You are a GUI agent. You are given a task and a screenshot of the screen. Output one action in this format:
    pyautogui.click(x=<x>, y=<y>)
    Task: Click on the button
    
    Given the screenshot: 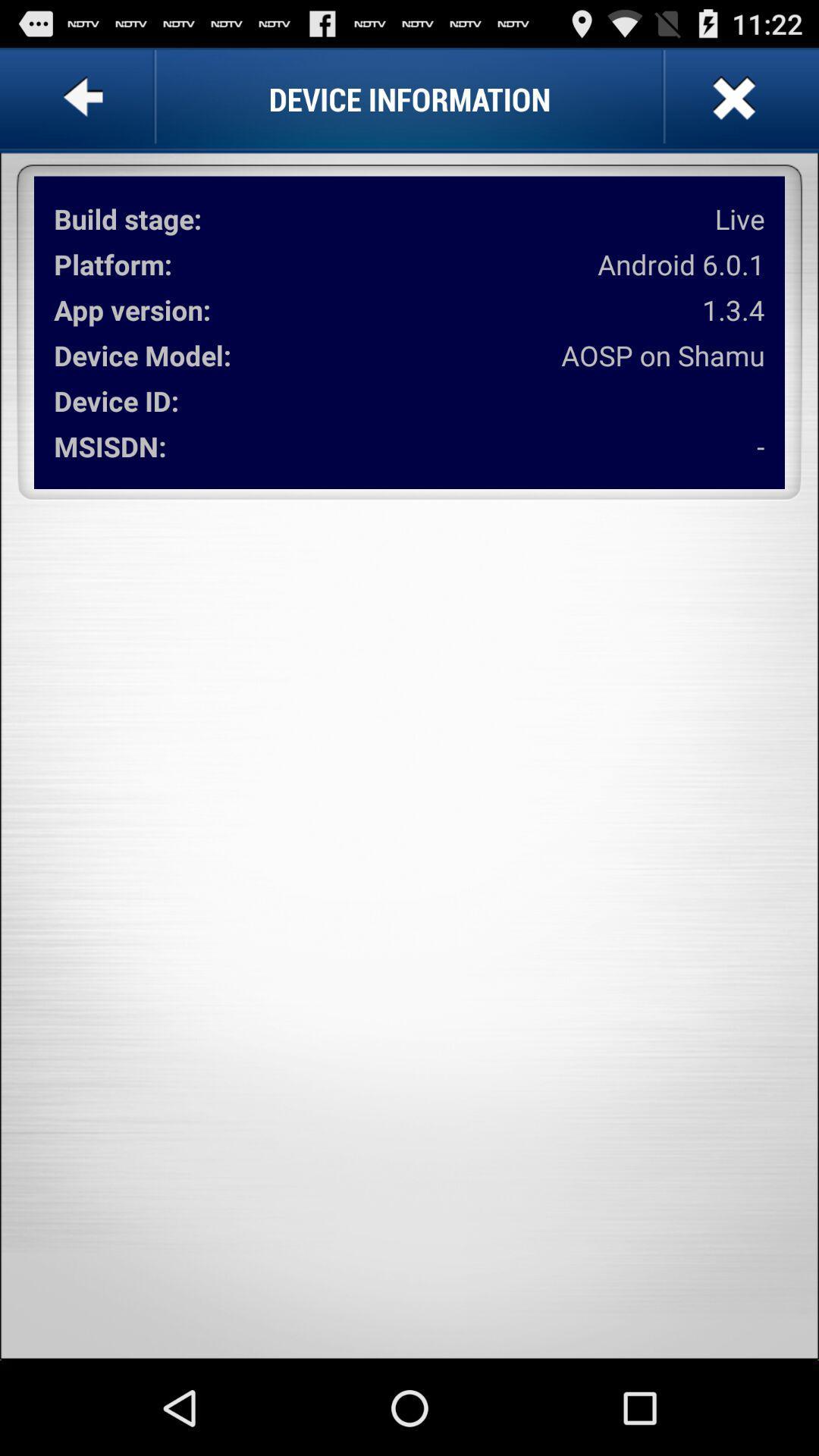 What is the action you would take?
    pyautogui.click(x=731, y=98)
    